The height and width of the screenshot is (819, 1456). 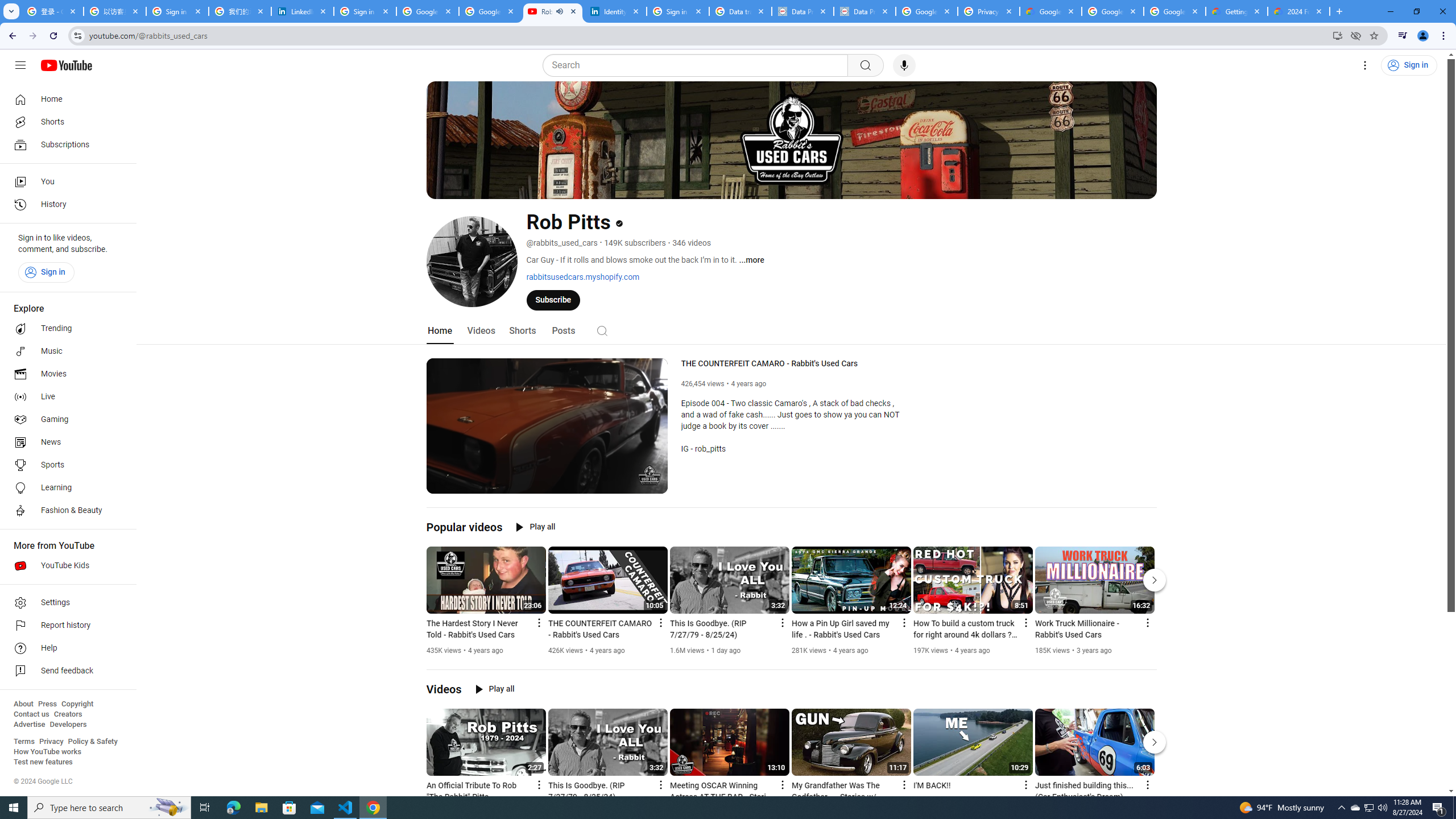 What do you see at coordinates (1111, 11) in the screenshot?
I see `'Google Workspace - Specific Terms'` at bounding box center [1111, 11].